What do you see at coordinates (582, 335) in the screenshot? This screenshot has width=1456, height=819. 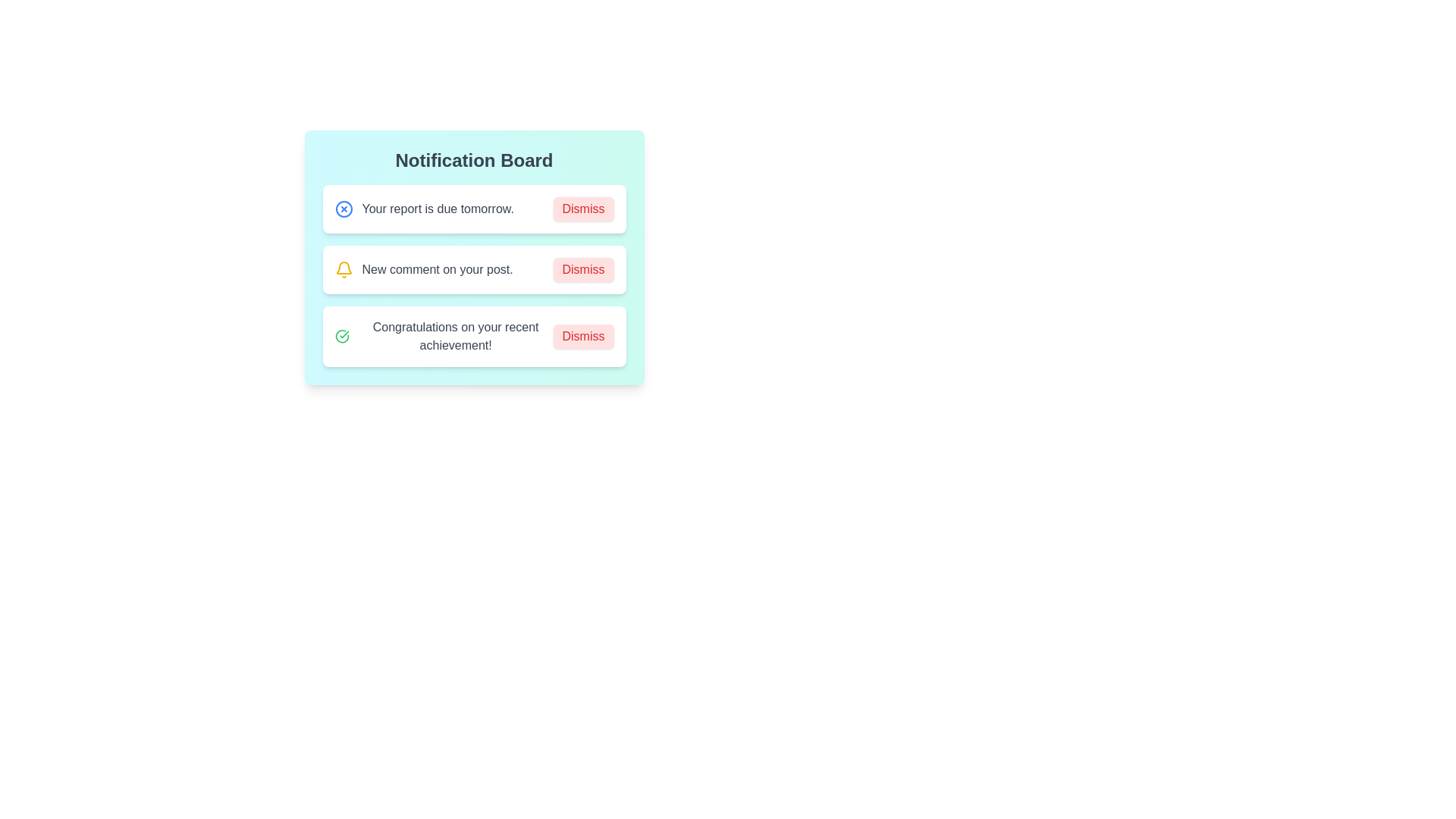 I see `'Dismiss' button for the notification with the message 'Congratulations on your recent achievement!'` at bounding box center [582, 335].